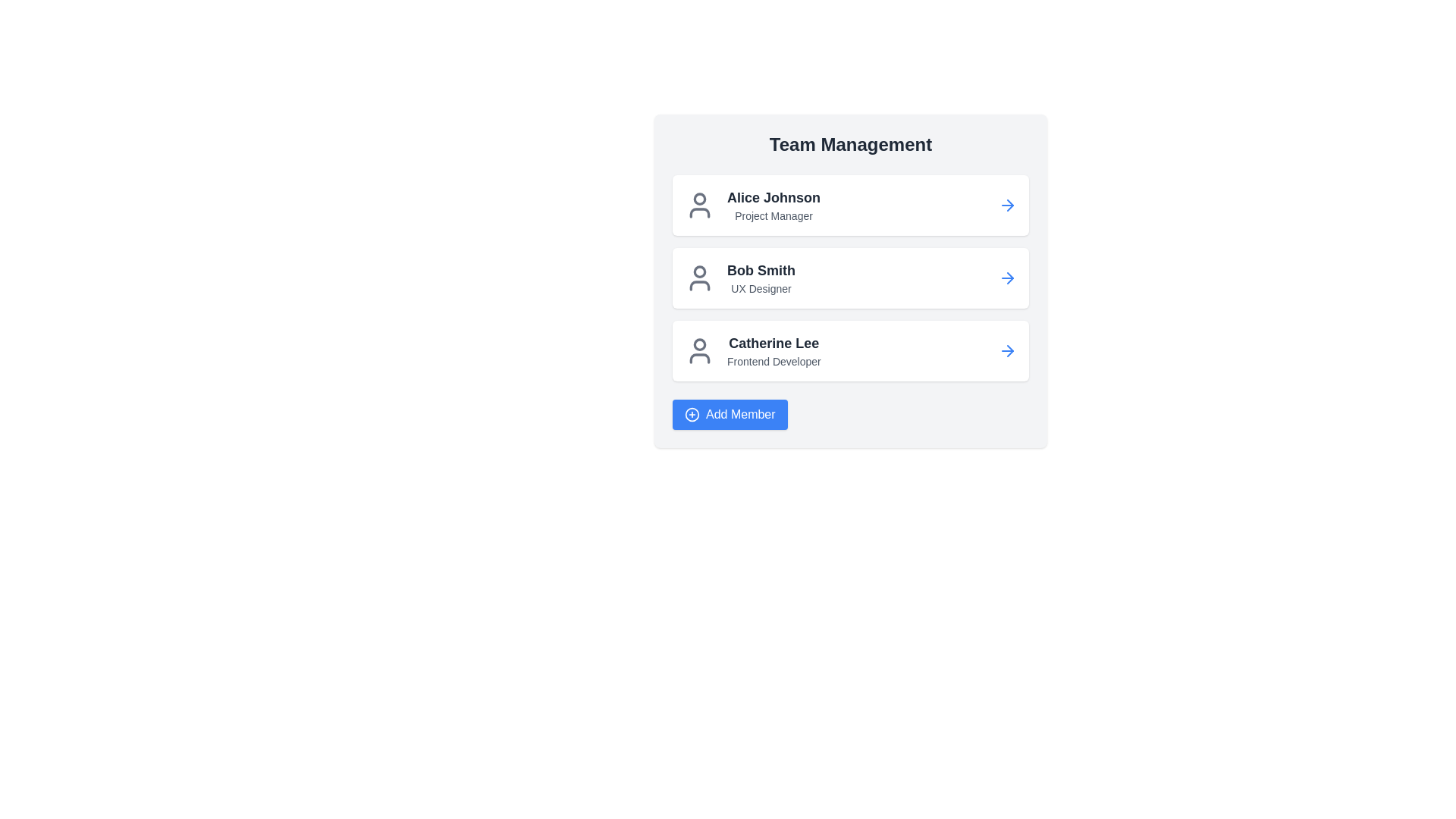 Image resolution: width=1456 pixels, height=819 pixels. Describe the element at coordinates (773, 197) in the screenshot. I see `the text label displaying the team member's name, located at the top of the first card in a vertical list, above the subtitle 'Project Manager'` at that location.